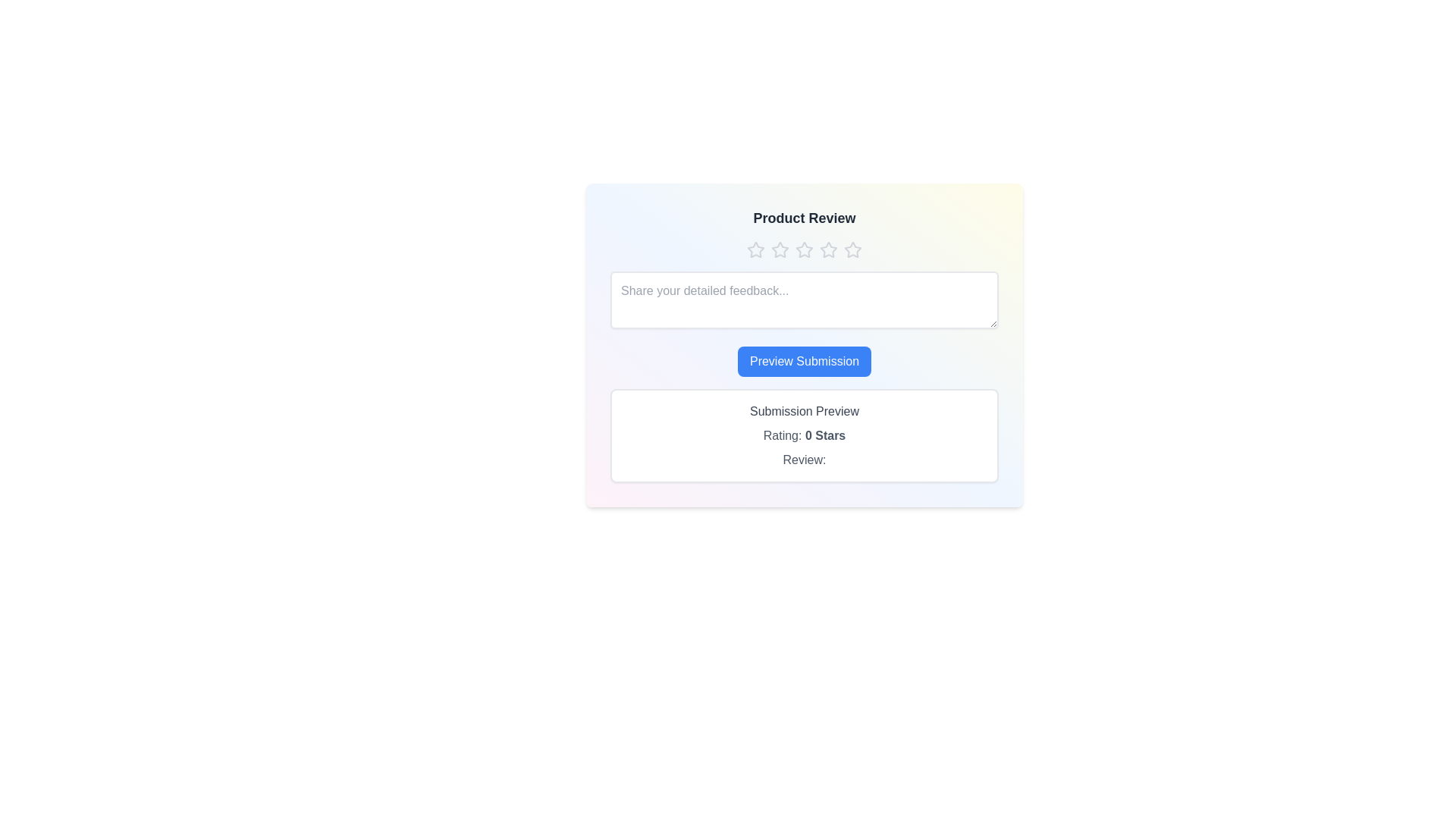 Image resolution: width=1456 pixels, height=819 pixels. I want to click on the 'Preview Submission' button to toggle the preview visibility, so click(803, 362).